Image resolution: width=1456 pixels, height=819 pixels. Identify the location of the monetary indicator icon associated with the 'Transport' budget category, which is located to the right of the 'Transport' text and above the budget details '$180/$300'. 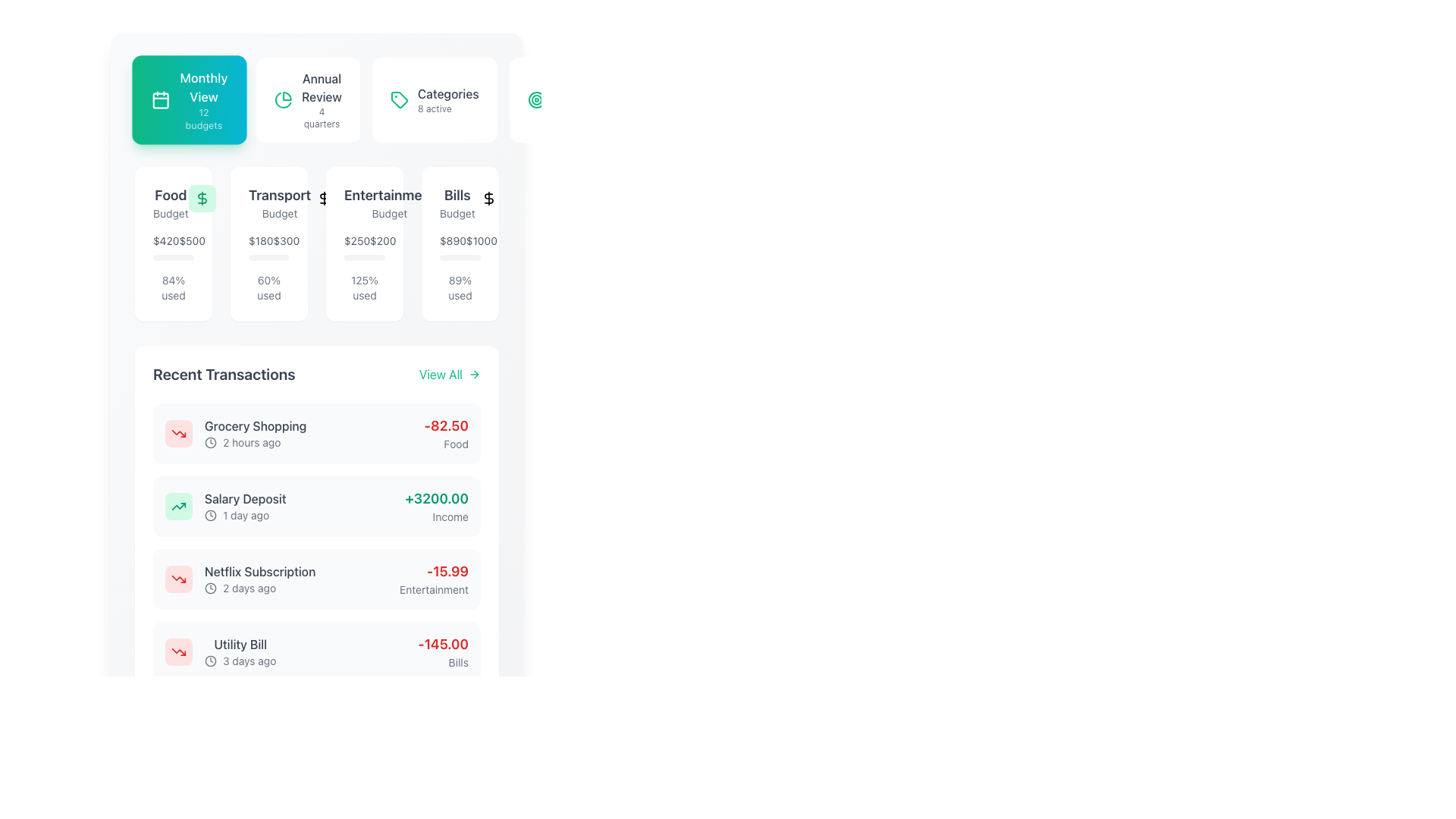
(324, 198).